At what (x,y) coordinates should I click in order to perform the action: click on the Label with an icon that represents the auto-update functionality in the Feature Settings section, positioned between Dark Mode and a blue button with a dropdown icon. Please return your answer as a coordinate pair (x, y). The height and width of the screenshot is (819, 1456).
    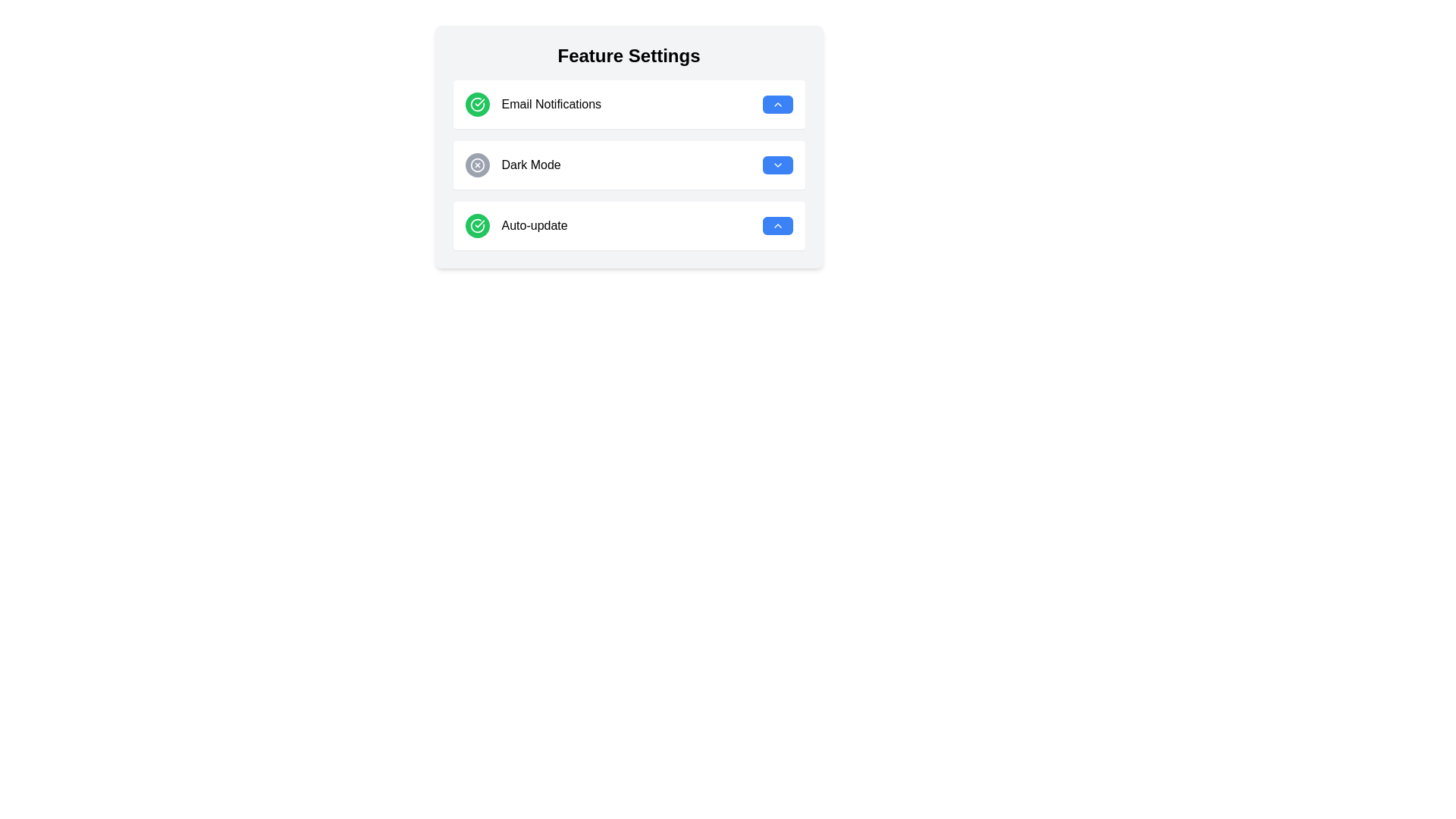
    Looking at the image, I should click on (516, 225).